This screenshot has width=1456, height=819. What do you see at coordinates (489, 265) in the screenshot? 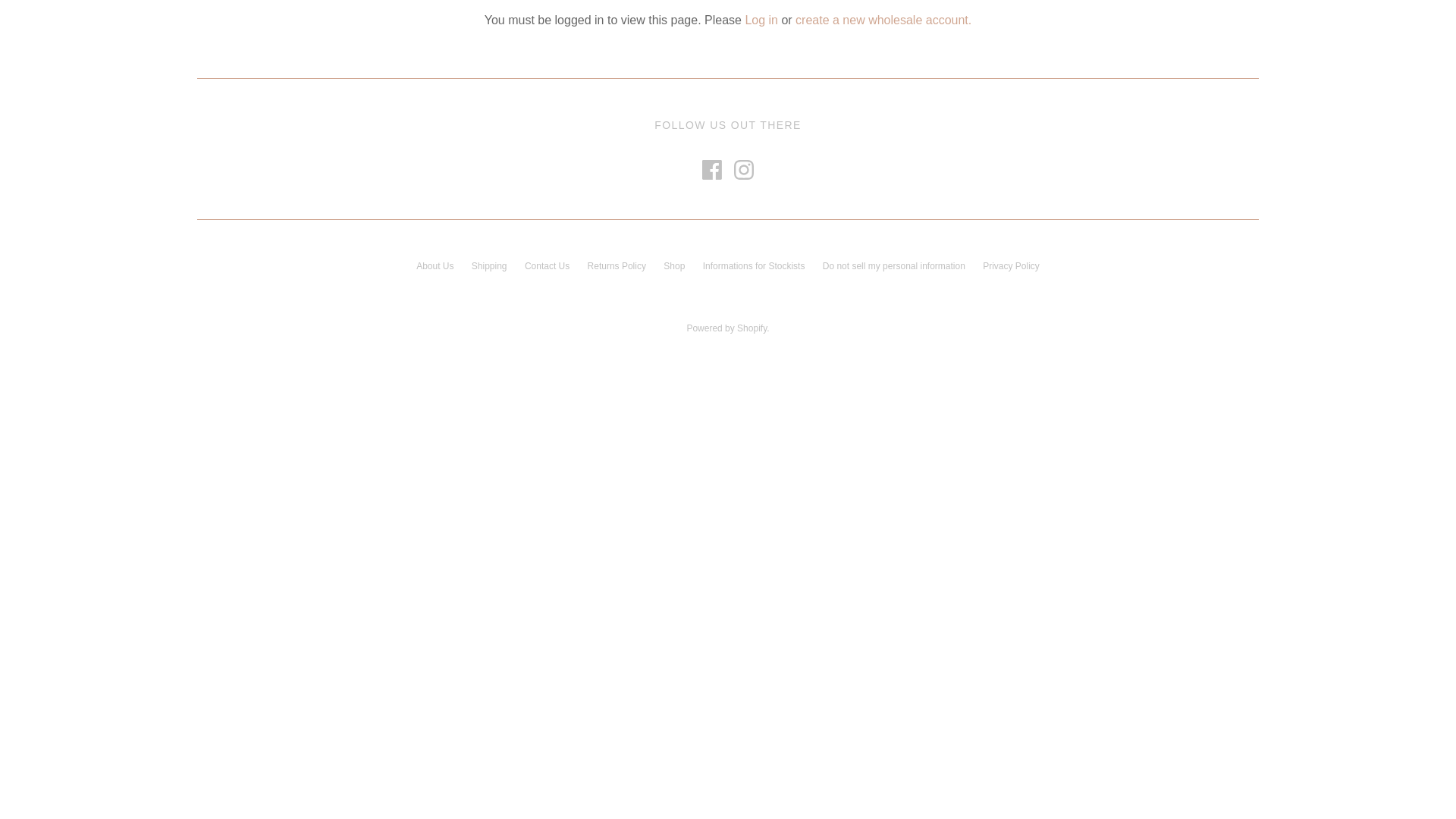
I see `'Shipping'` at bounding box center [489, 265].